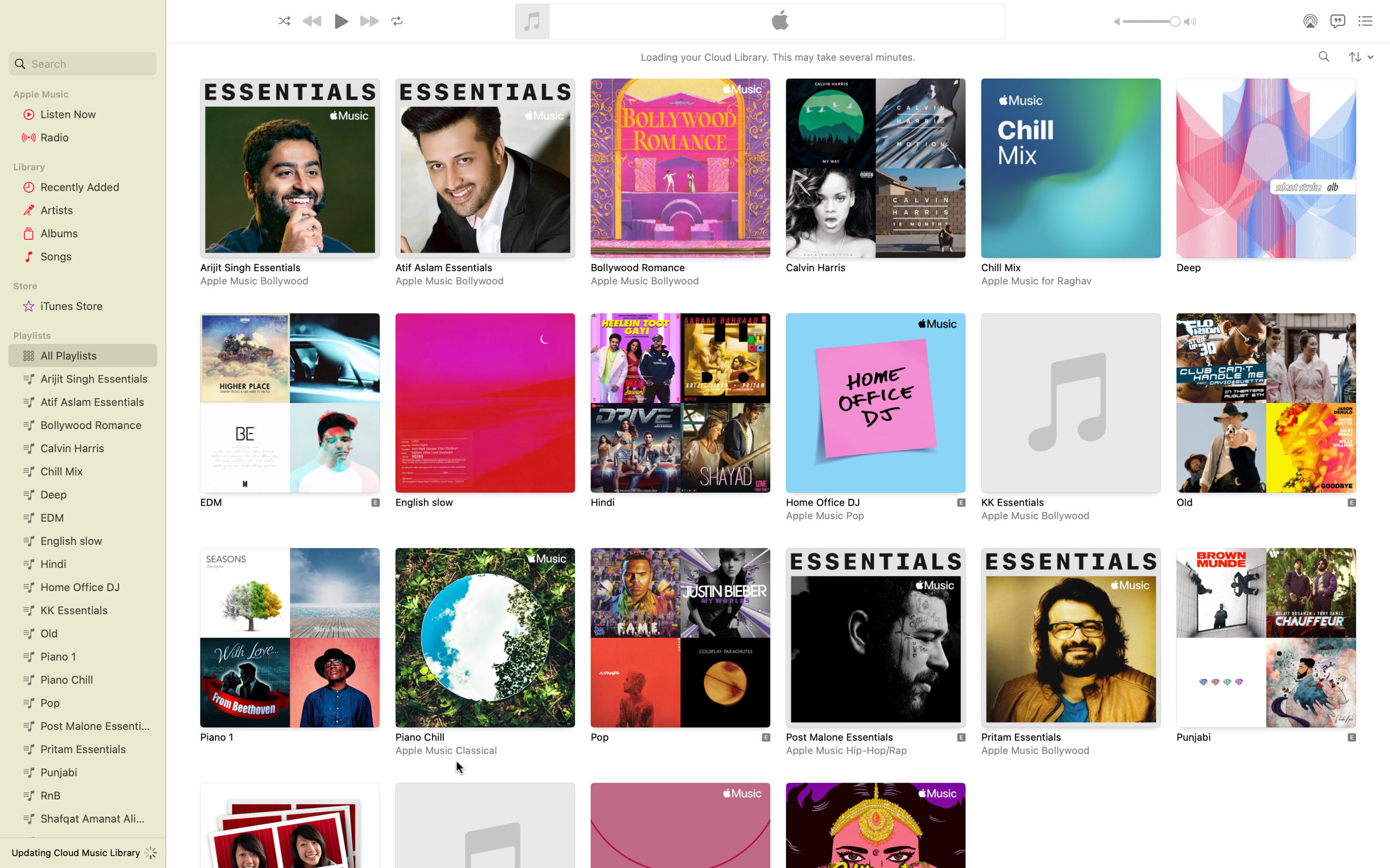 The height and width of the screenshot is (868, 1390). I want to click on Checl the playlist English Slow, so click(484, 414).